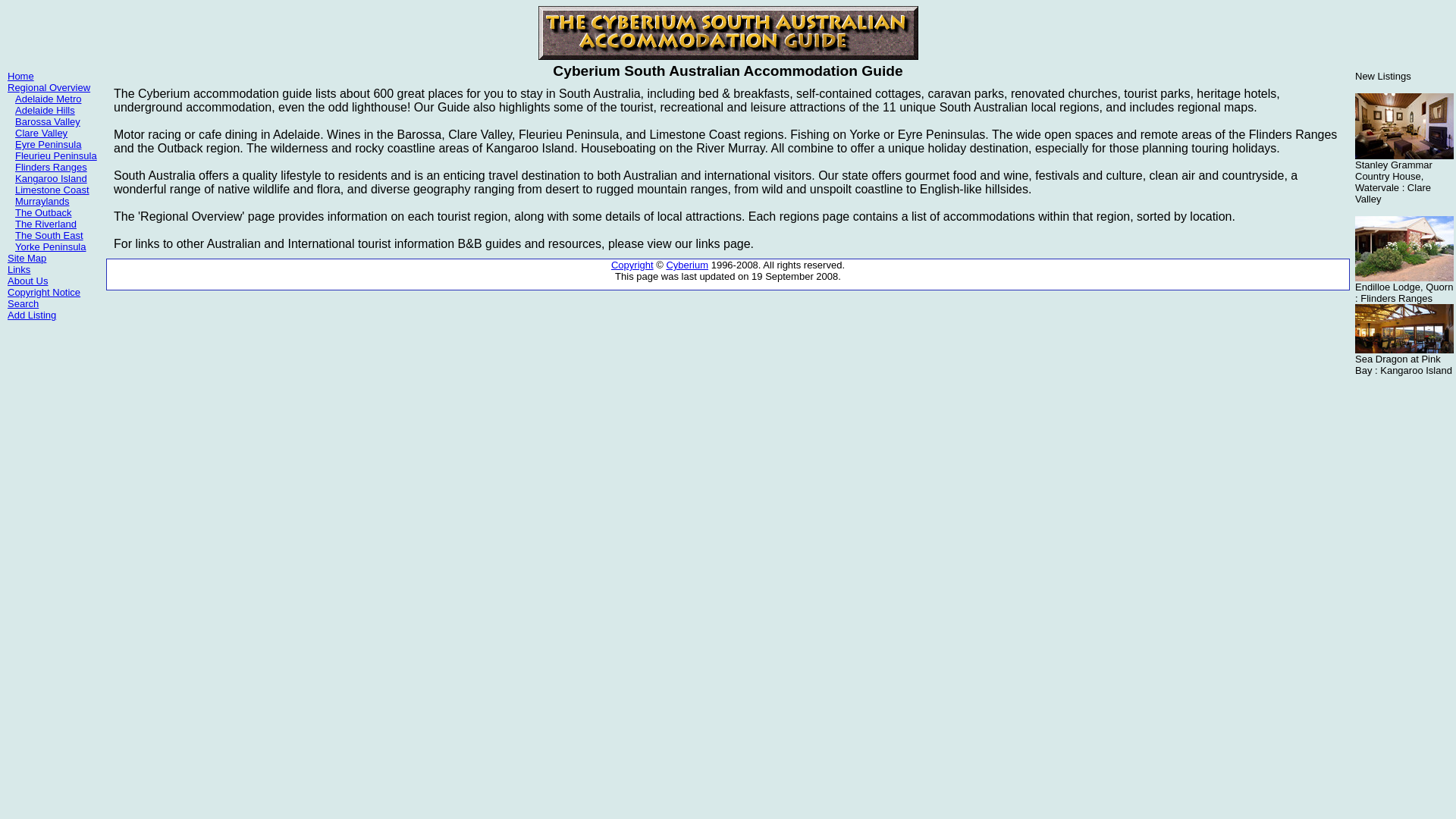 This screenshot has width=1456, height=819. Describe the element at coordinates (55, 155) in the screenshot. I see `'Fleurieu Peninsula'` at that location.